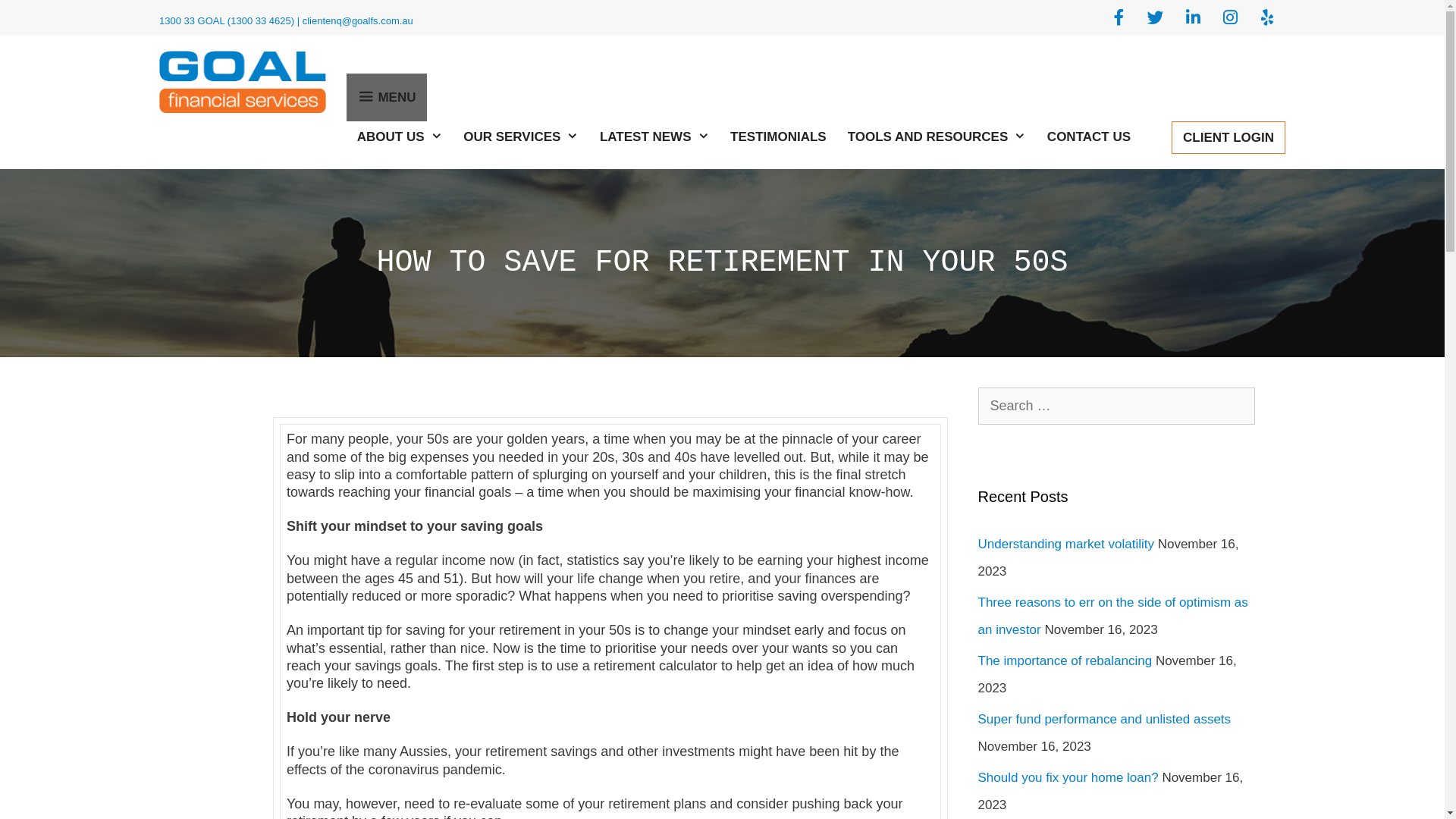 Image resolution: width=1456 pixels, height=819 pixels. Describe the element at coordinates (356, 20) in the screenshot. I see `'clientenq@goalfs.com.au'` at that location.